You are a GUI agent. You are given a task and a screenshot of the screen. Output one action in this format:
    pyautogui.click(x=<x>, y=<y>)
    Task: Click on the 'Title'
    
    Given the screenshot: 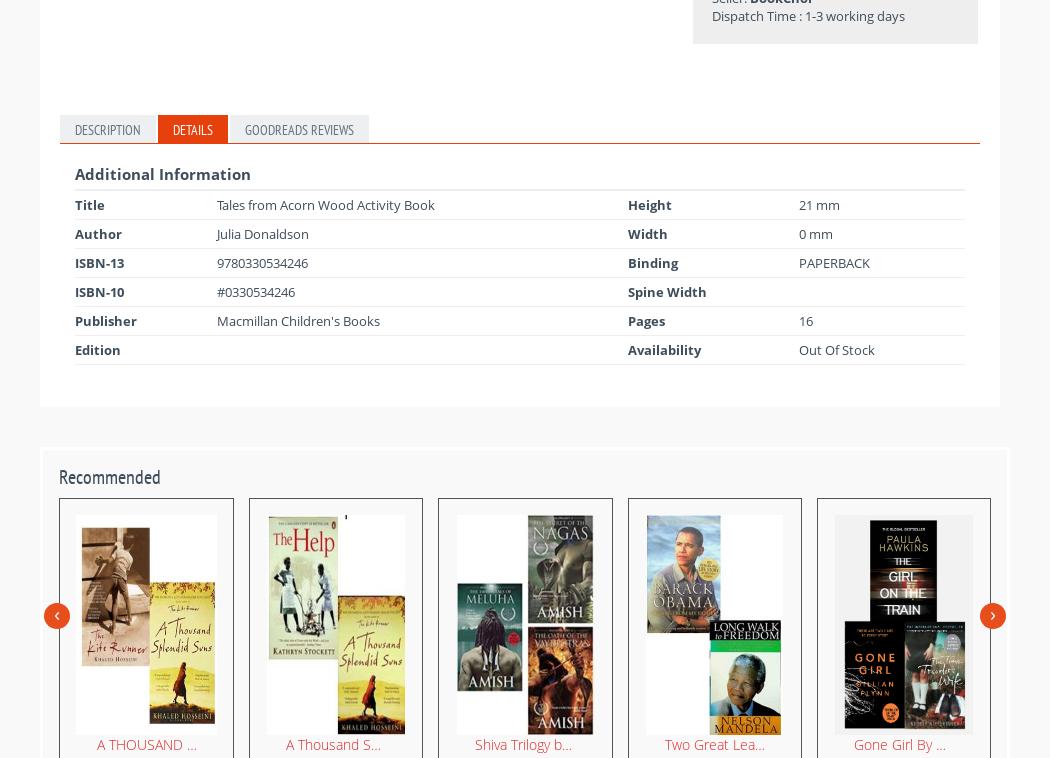 What is the action you would take?
    pyautogui.click(x=89, y=203)
    